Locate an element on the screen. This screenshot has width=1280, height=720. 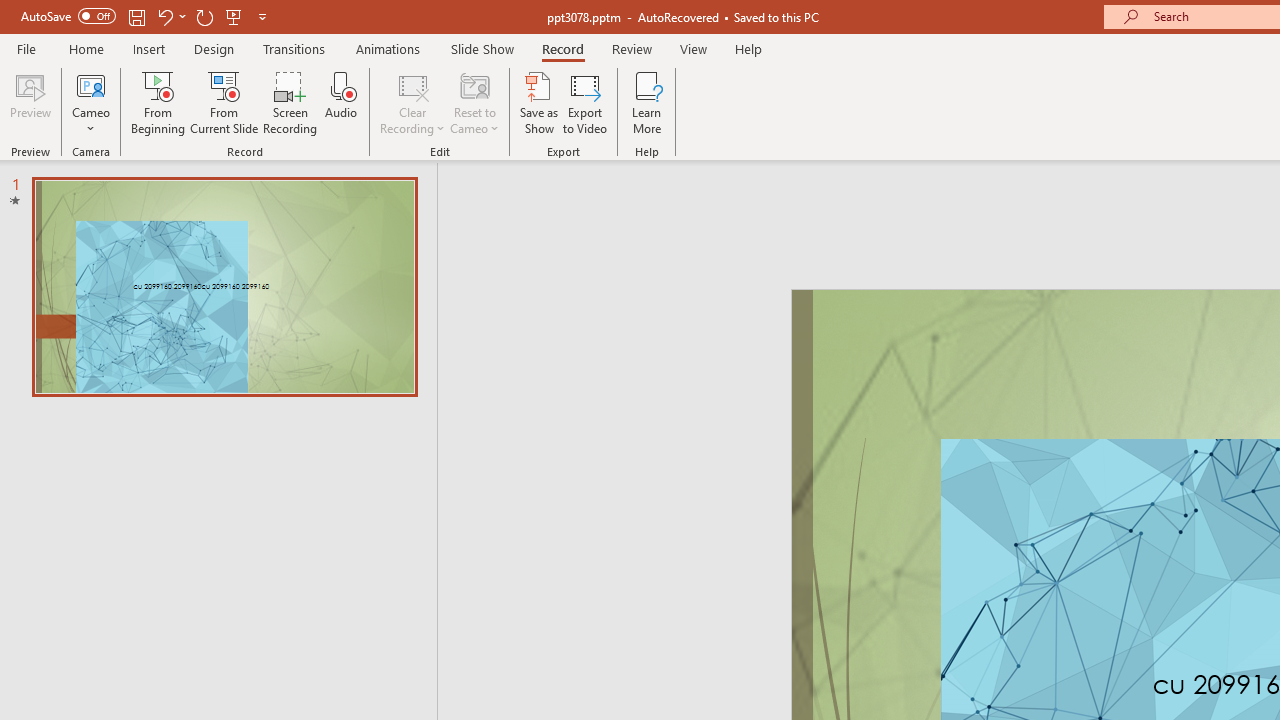
'Quick Access Toolbar' is located at coordinates (144, 16).